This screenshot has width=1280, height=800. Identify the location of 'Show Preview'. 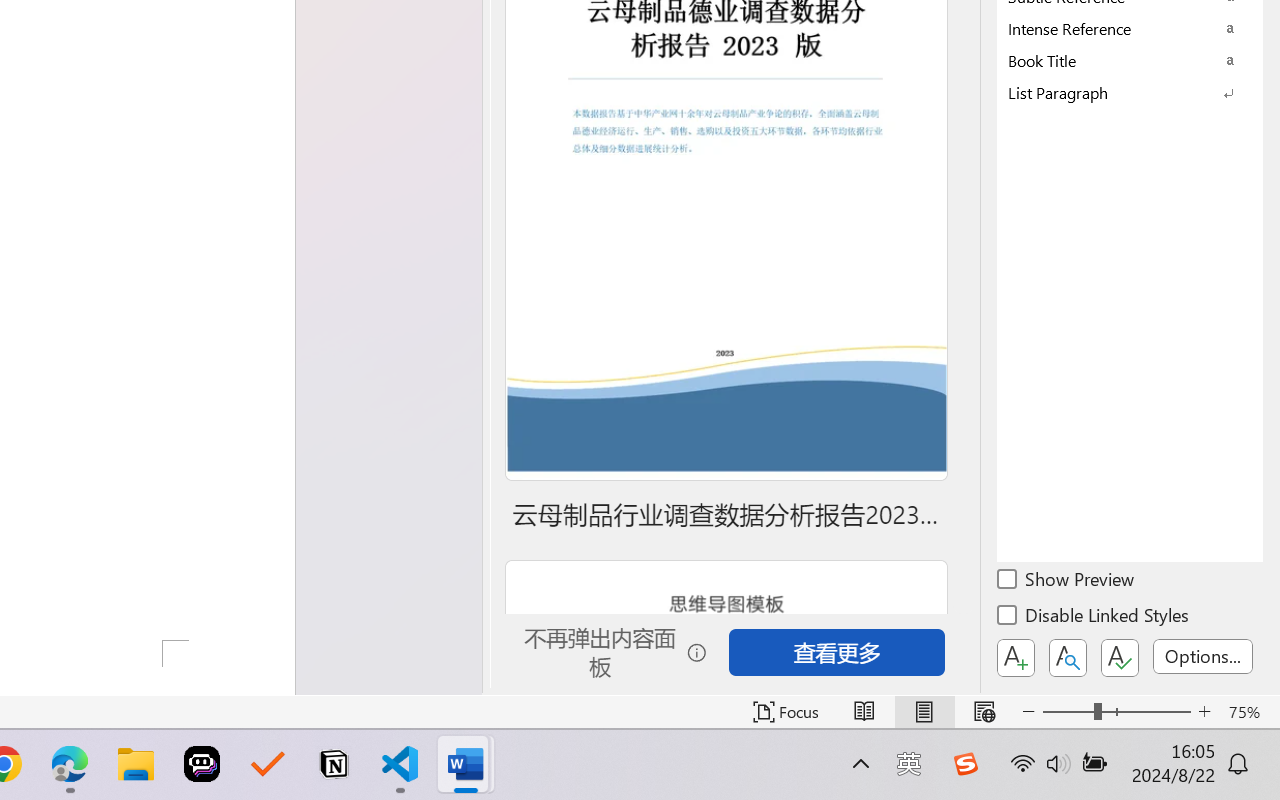
(1066, 581).